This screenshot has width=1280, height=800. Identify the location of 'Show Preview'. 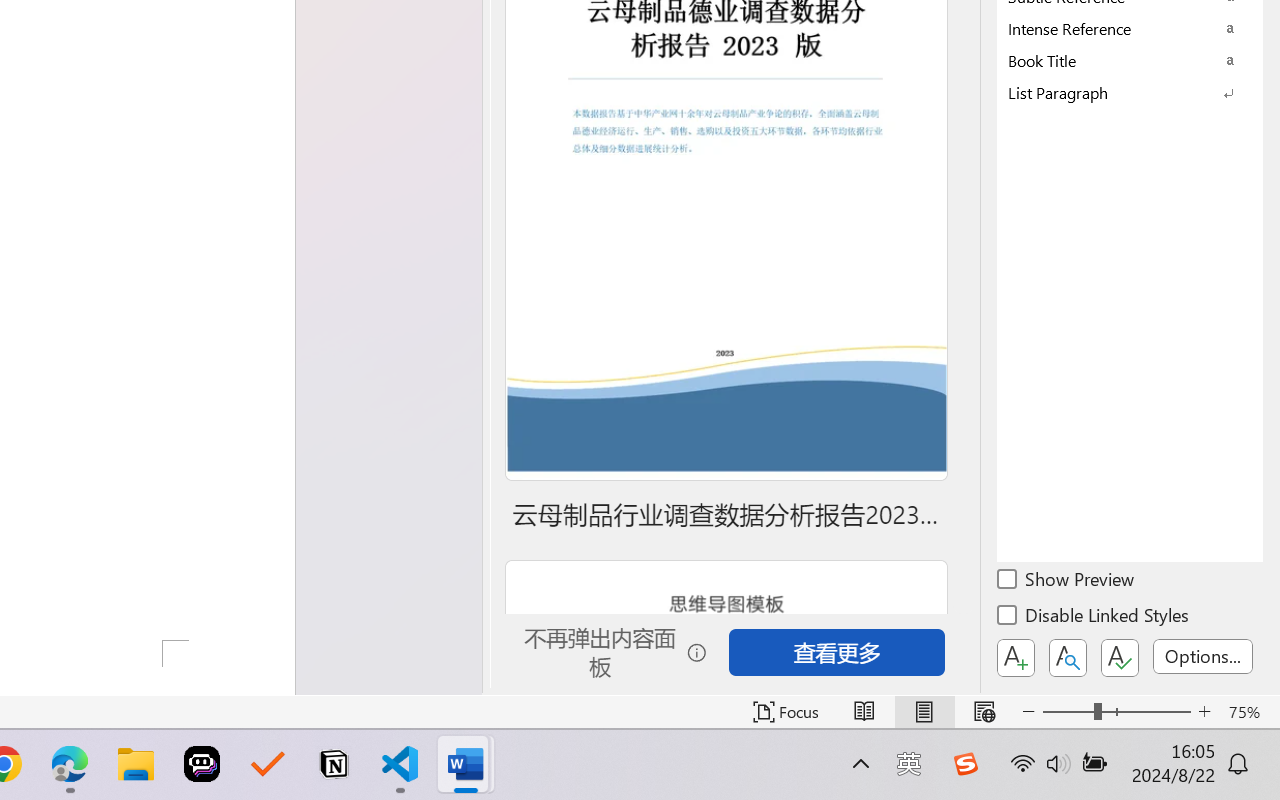
(1066, 581).